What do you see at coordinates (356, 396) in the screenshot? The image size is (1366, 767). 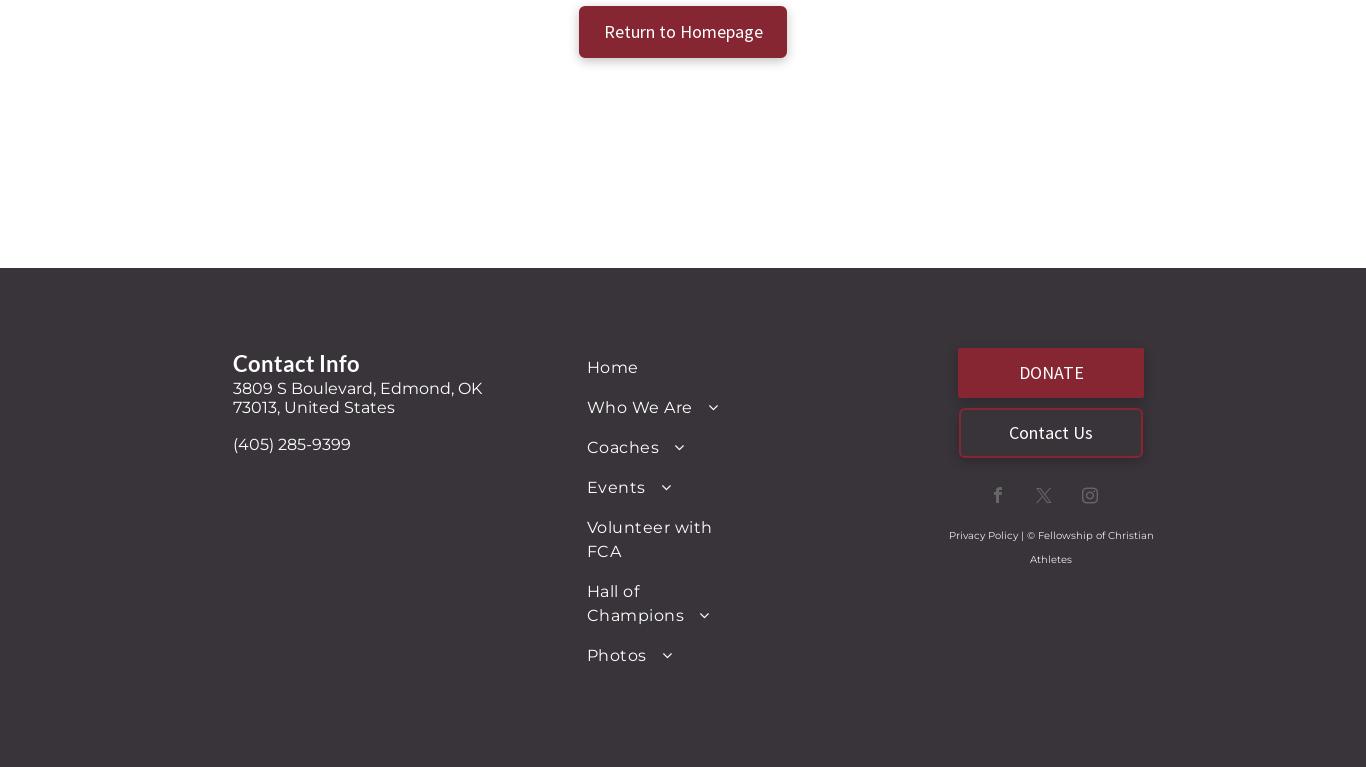 I see `'3809 S Boulevard, Edmond, OK 73013, United States'` at bounding box center [356, 396].